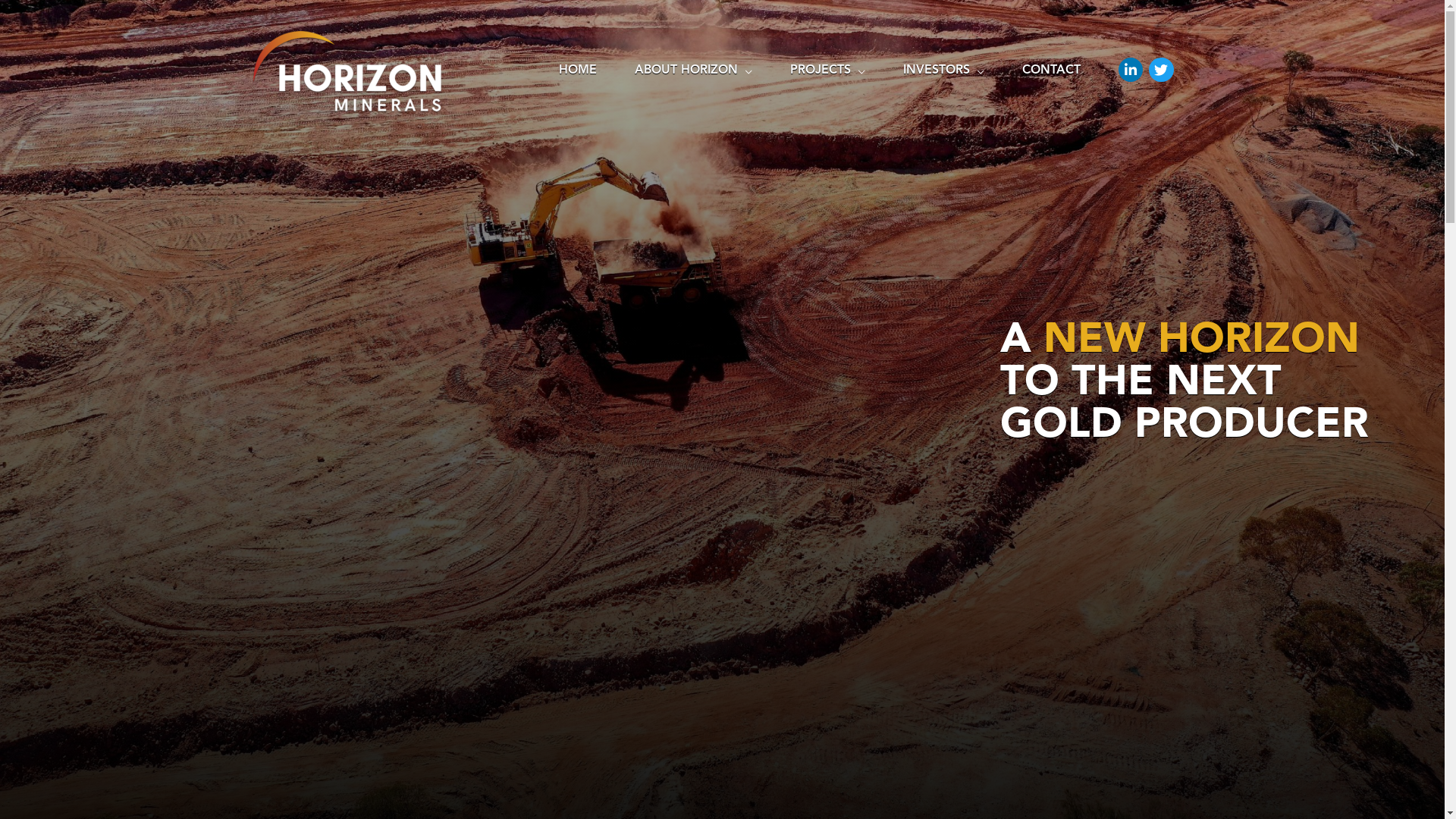 The image size is (1456, 819). What do you see at coordinates (539, 72) in the screenshot?
I see `'HOME'` at bounding box center [539, 72].